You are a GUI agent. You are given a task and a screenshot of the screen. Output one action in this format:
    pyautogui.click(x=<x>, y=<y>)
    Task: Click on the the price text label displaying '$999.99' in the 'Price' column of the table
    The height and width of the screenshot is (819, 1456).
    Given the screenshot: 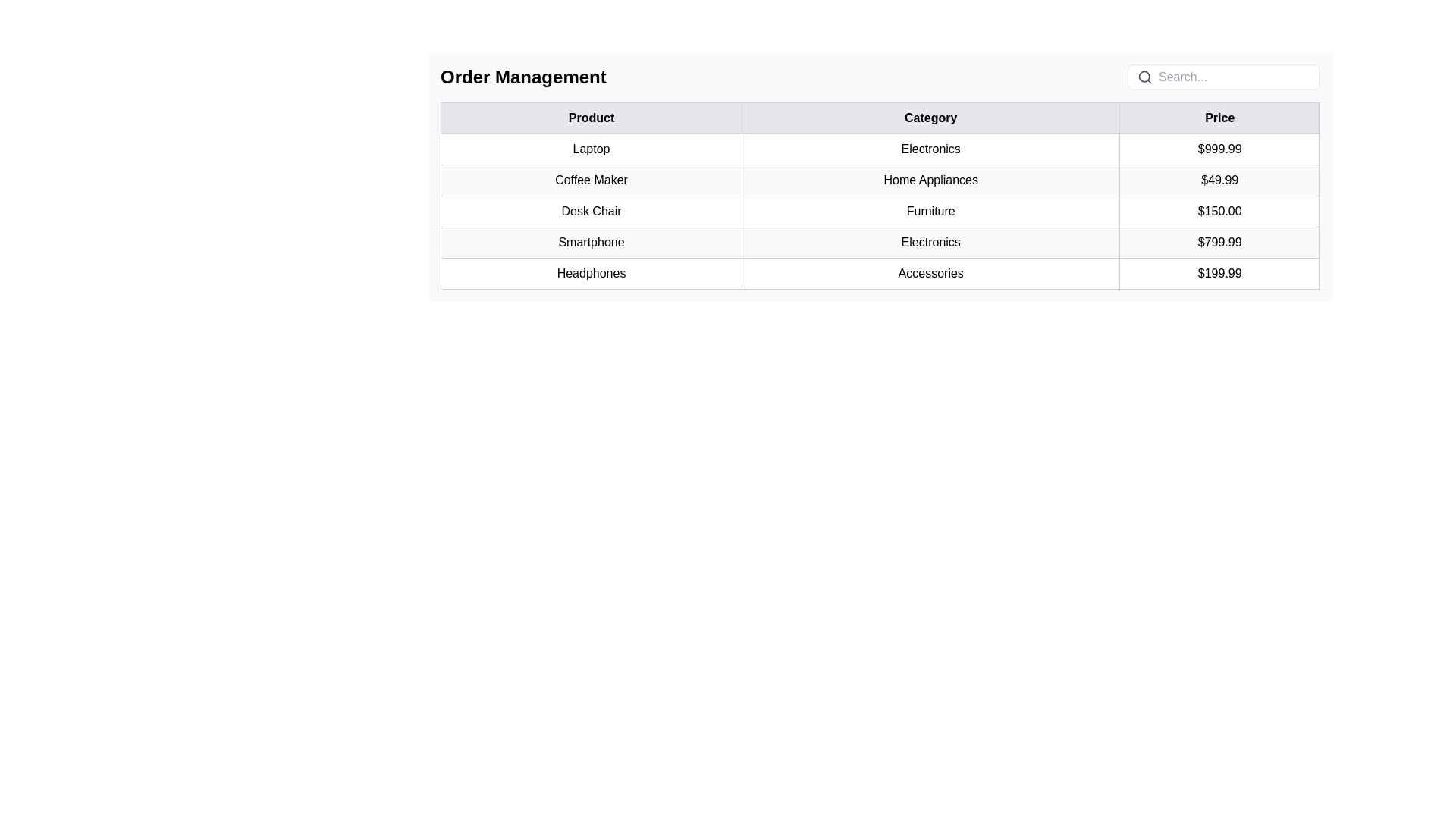 What is the action you would take?
    pyautogui.click(x=1219, y=149)
    